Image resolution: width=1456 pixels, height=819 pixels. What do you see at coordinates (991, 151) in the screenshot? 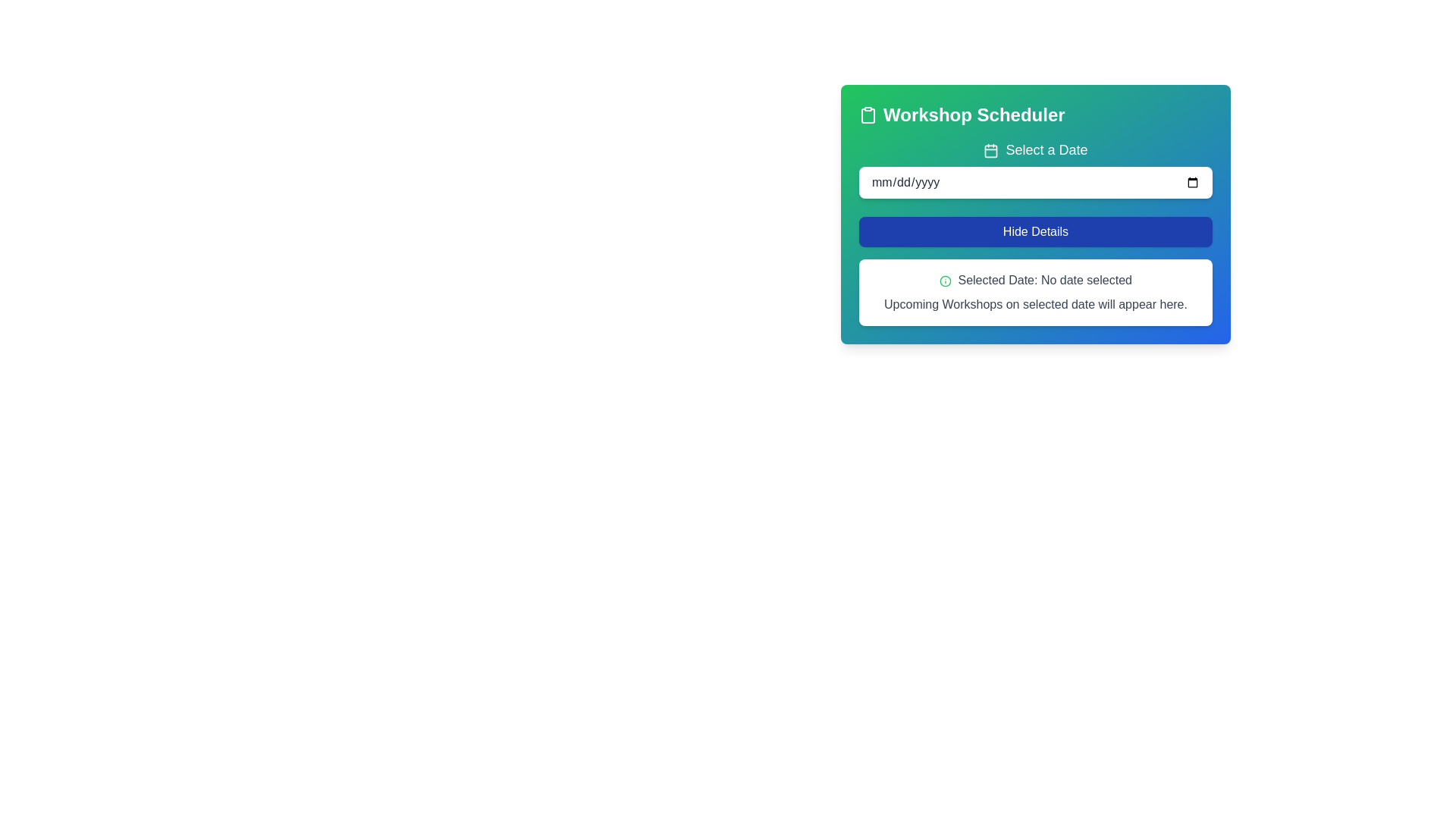
I see `the calendar icon, which is styled with a square outline and located to the left of the 'Select a Date' text label` at bounding box center [991, 151].